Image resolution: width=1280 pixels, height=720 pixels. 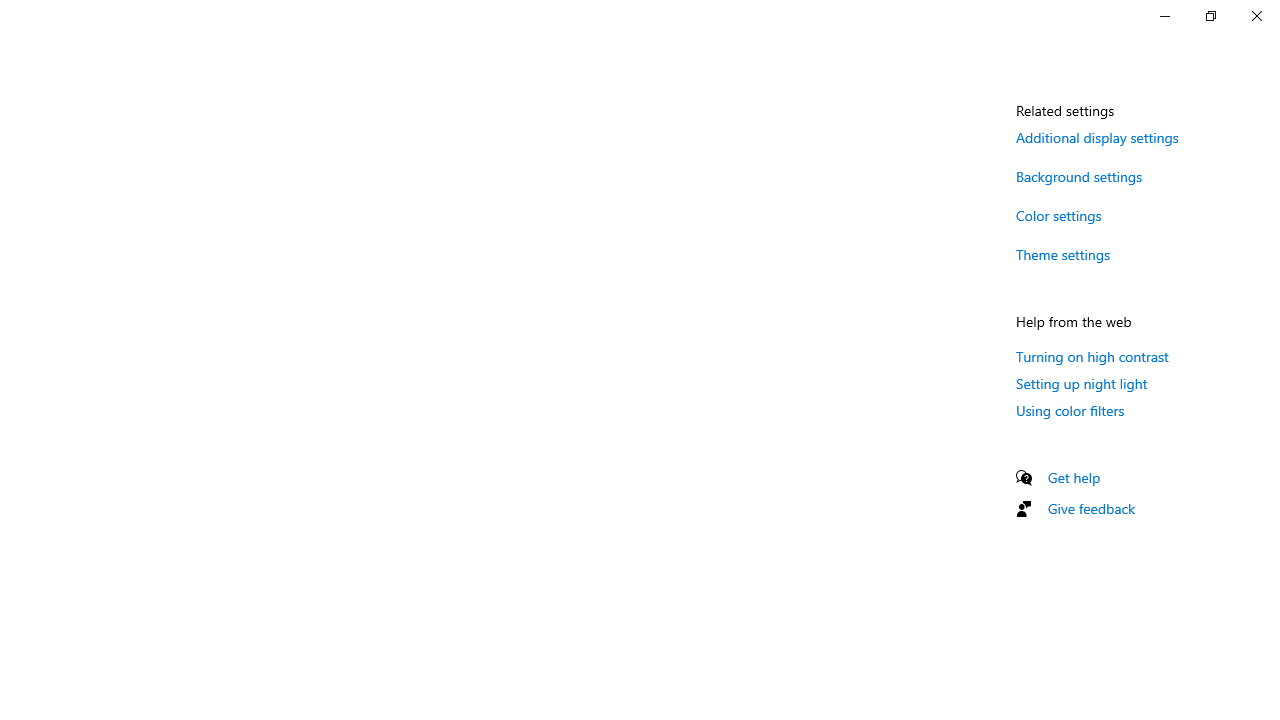 What do you see at coordinates (1255, 15) in the screenshot?
I see `'Close Settings'` at bounding box center [1255, 15].